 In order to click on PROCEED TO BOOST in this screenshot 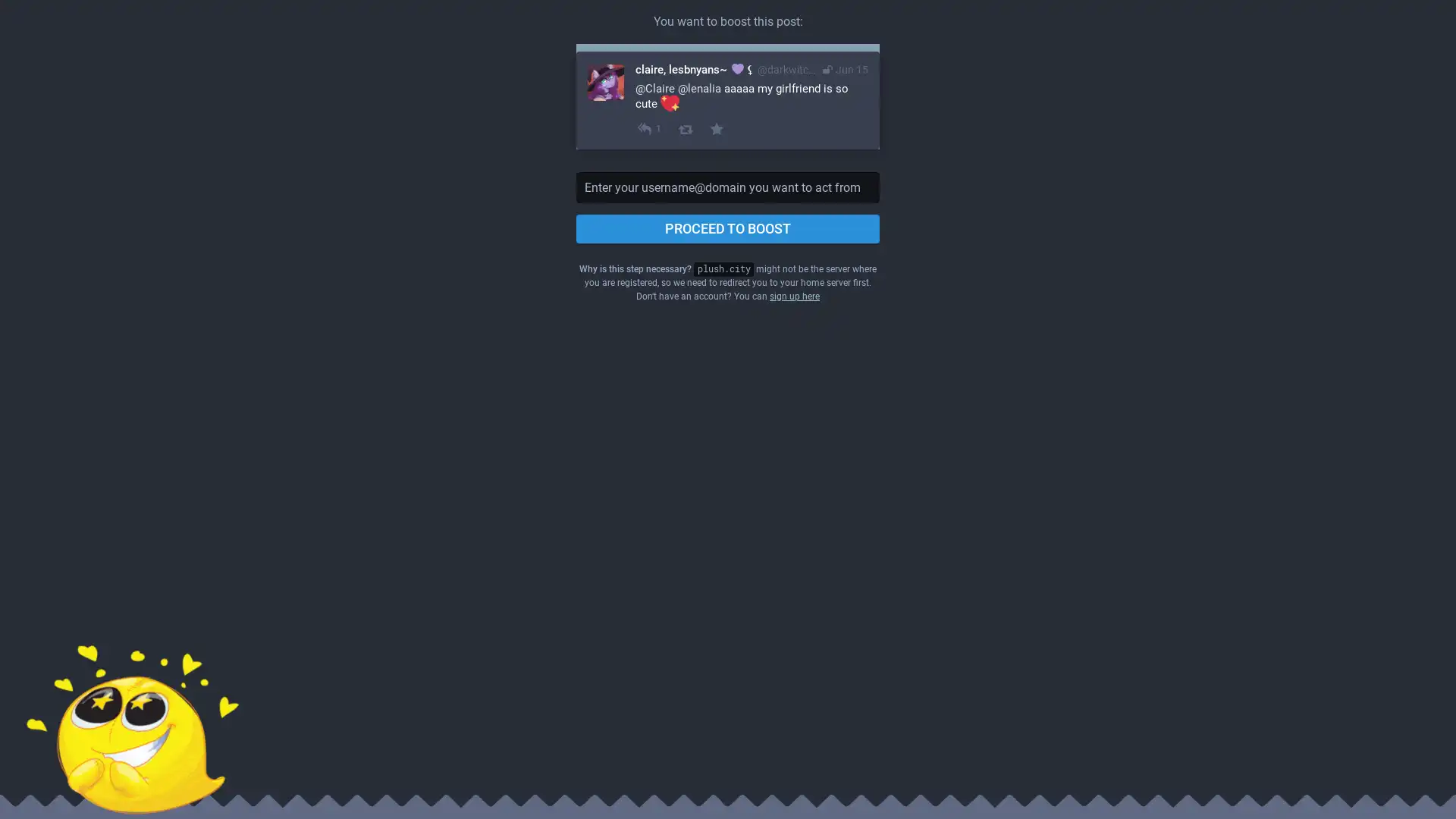, I will do `click(728, 228)`.